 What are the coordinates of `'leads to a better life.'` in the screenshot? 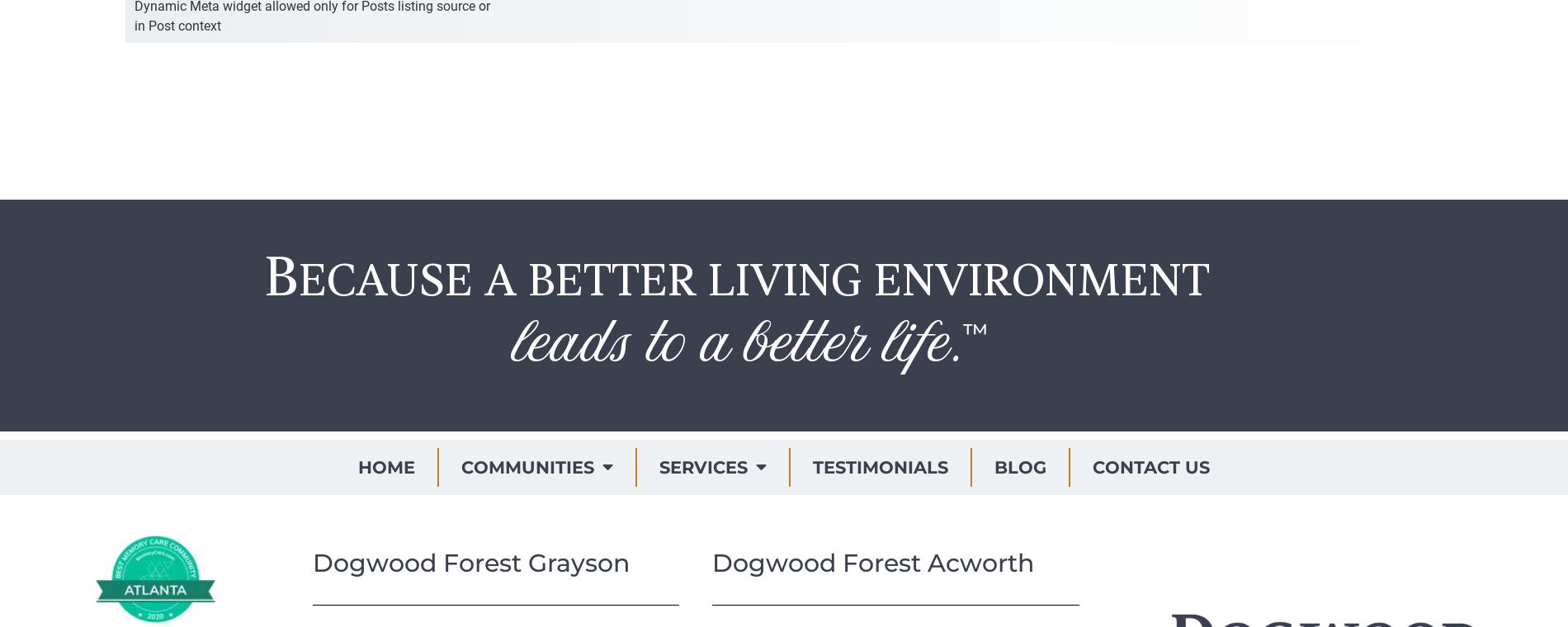 It's located at (736, 346).